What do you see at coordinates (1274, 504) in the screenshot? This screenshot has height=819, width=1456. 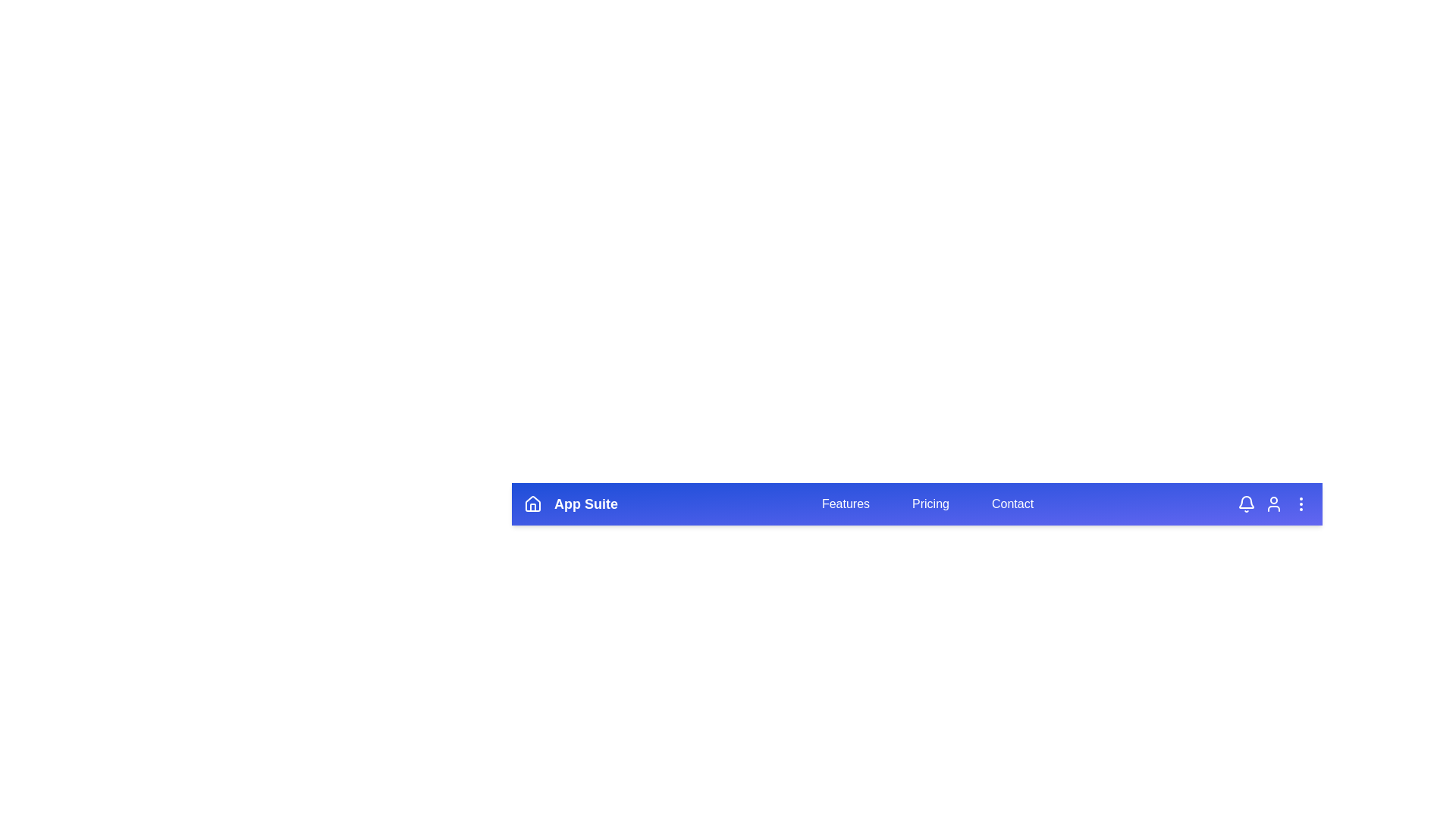 I see `the user icon to open the user profile options` at bounding box center [1274, 504].